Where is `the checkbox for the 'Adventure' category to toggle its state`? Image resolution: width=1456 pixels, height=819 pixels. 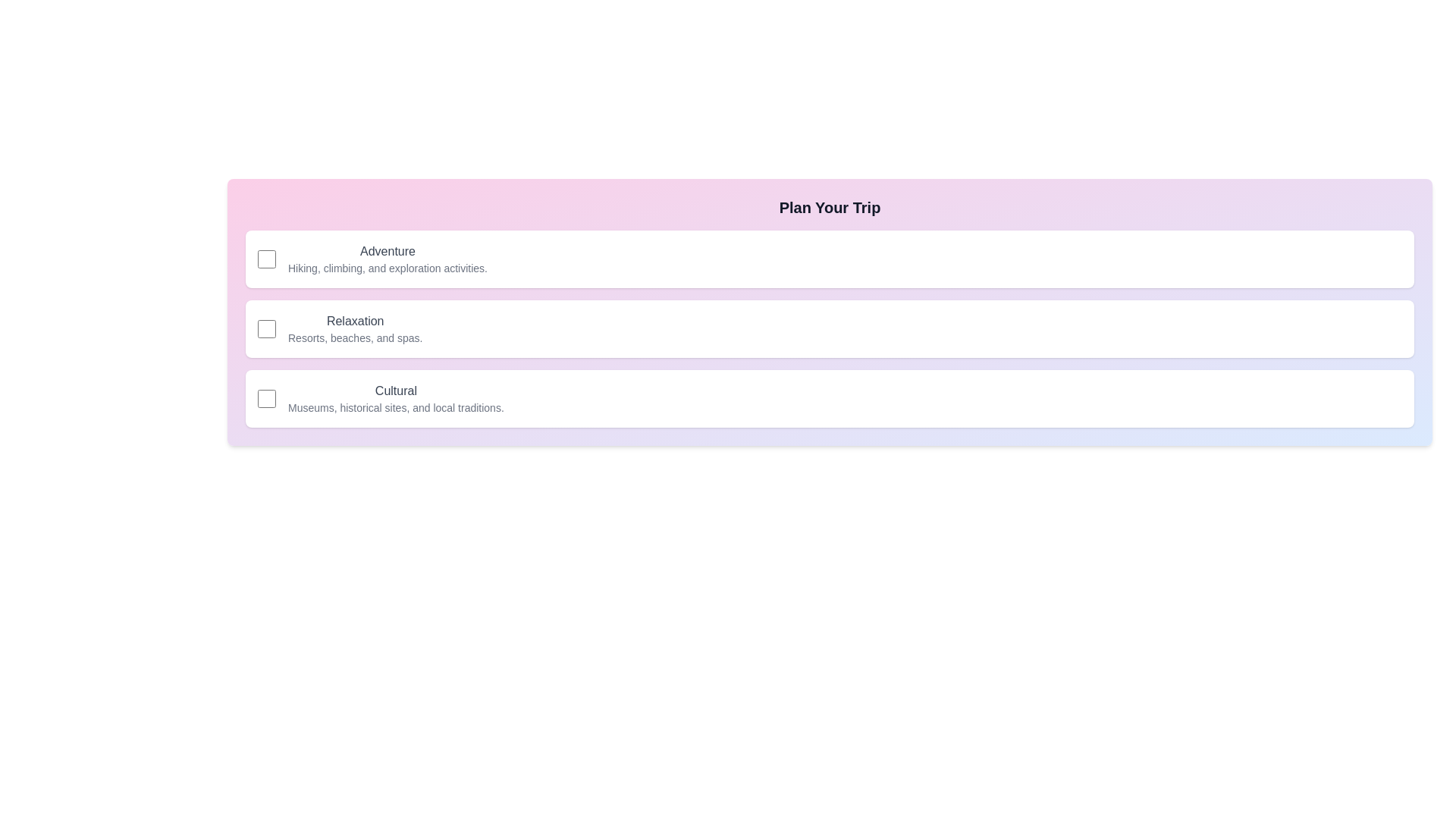 the checkbox for the 'Adventure' category to toggle its state is located at coordinates (266, 259).